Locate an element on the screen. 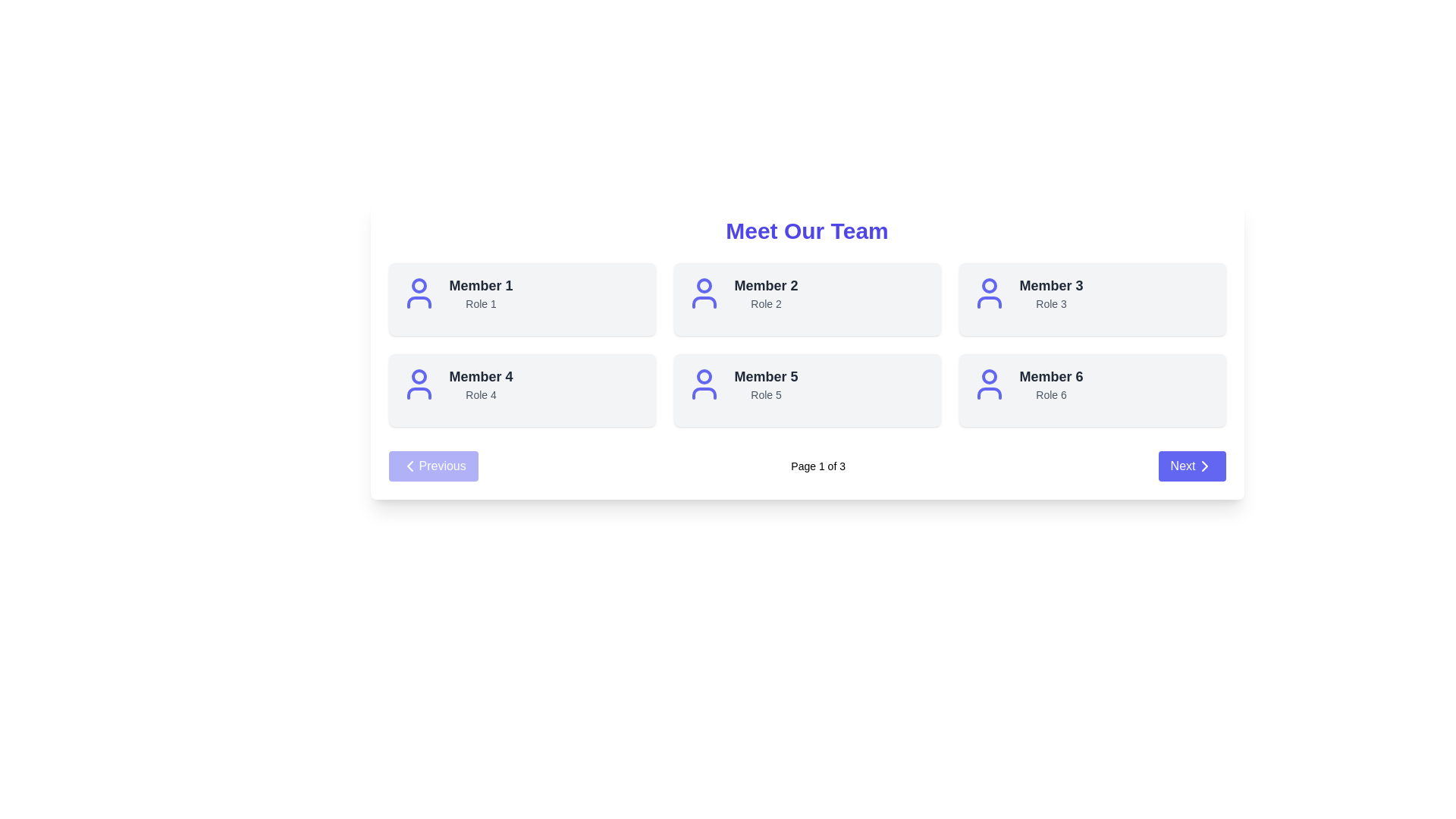  the icon representing 'Member 2' located in the top row's middle column of the second card in the 'Meet Our Team' section is located at coordinates (703, 293).